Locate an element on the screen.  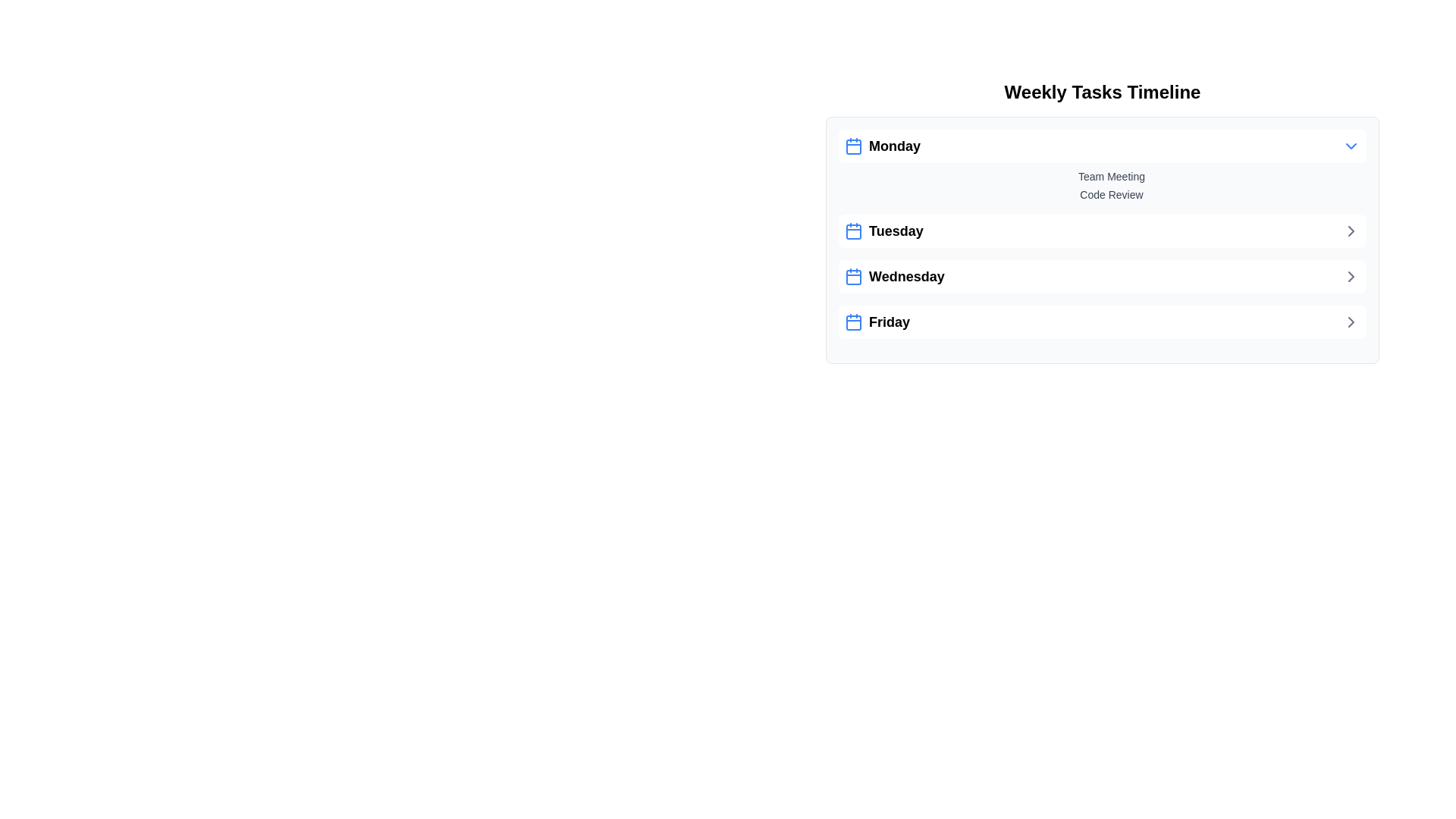
the static text label representing Tuesday in the weekly schedule, located between Monday and Wednesday in the Weekly Tasks Timeline is located at coordinates (883, 231).